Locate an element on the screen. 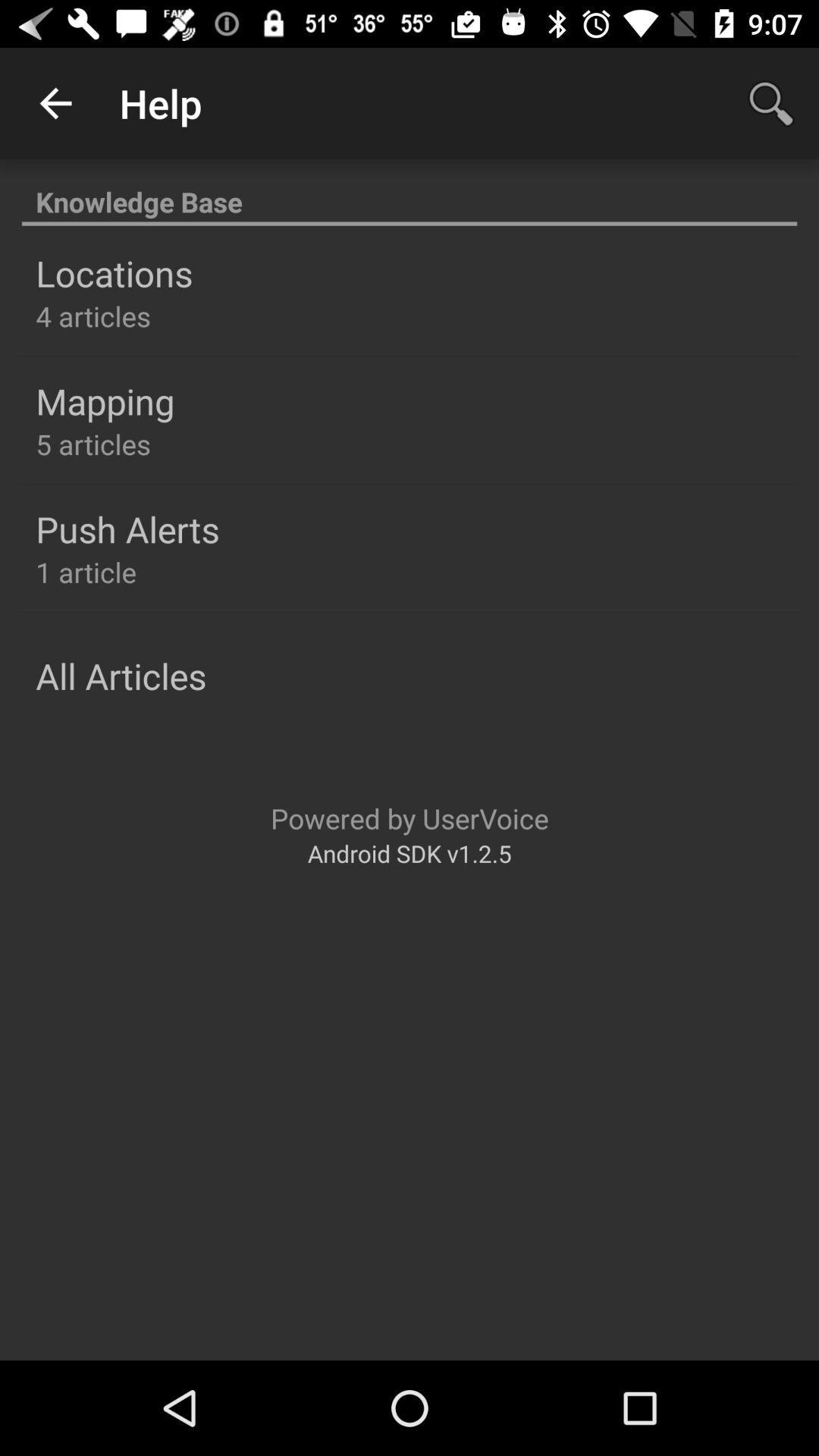 This screenshot has height=1456, width=819. knowledge base icon is located at coordinates (409, 193).